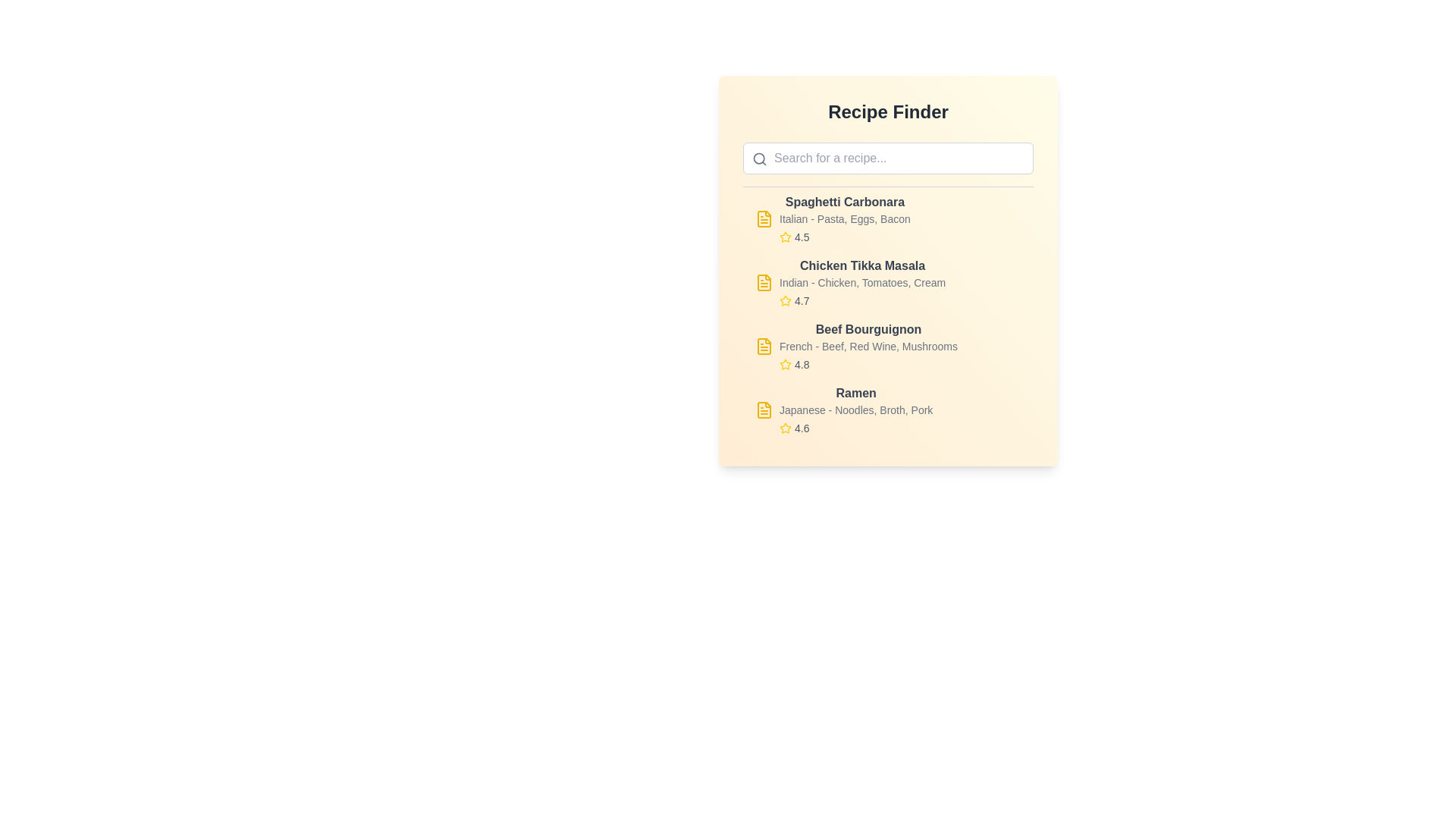  I want to click on the yellow star icon indicating a rating of '4.8' for the recipe 'Beef Bourguignon', so click(786, 365).